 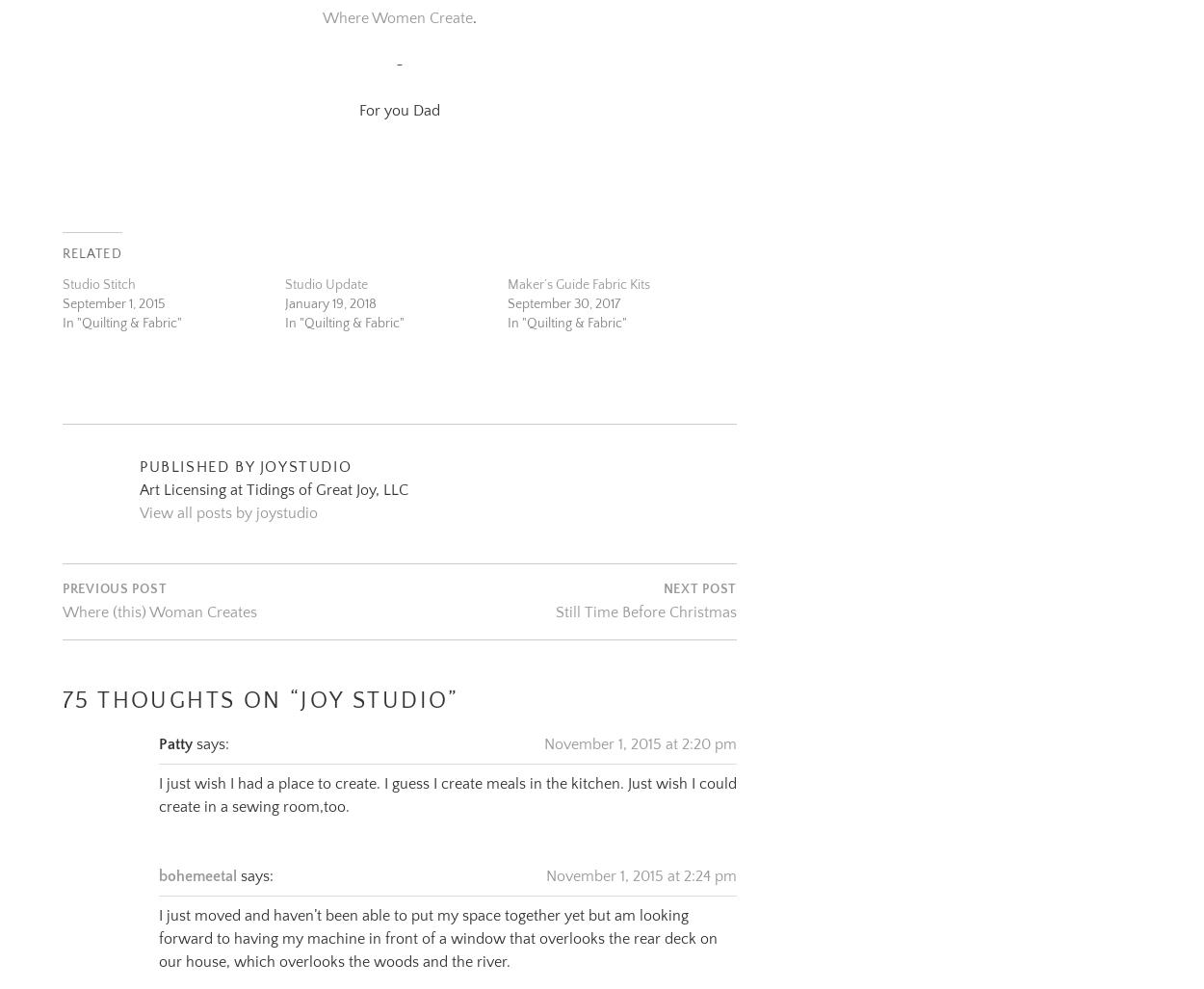 What do you see at coordinates (160, 587) in the screenshot?
I see `'Where (this) Woman Creates'` at bounding box center [160, 587].